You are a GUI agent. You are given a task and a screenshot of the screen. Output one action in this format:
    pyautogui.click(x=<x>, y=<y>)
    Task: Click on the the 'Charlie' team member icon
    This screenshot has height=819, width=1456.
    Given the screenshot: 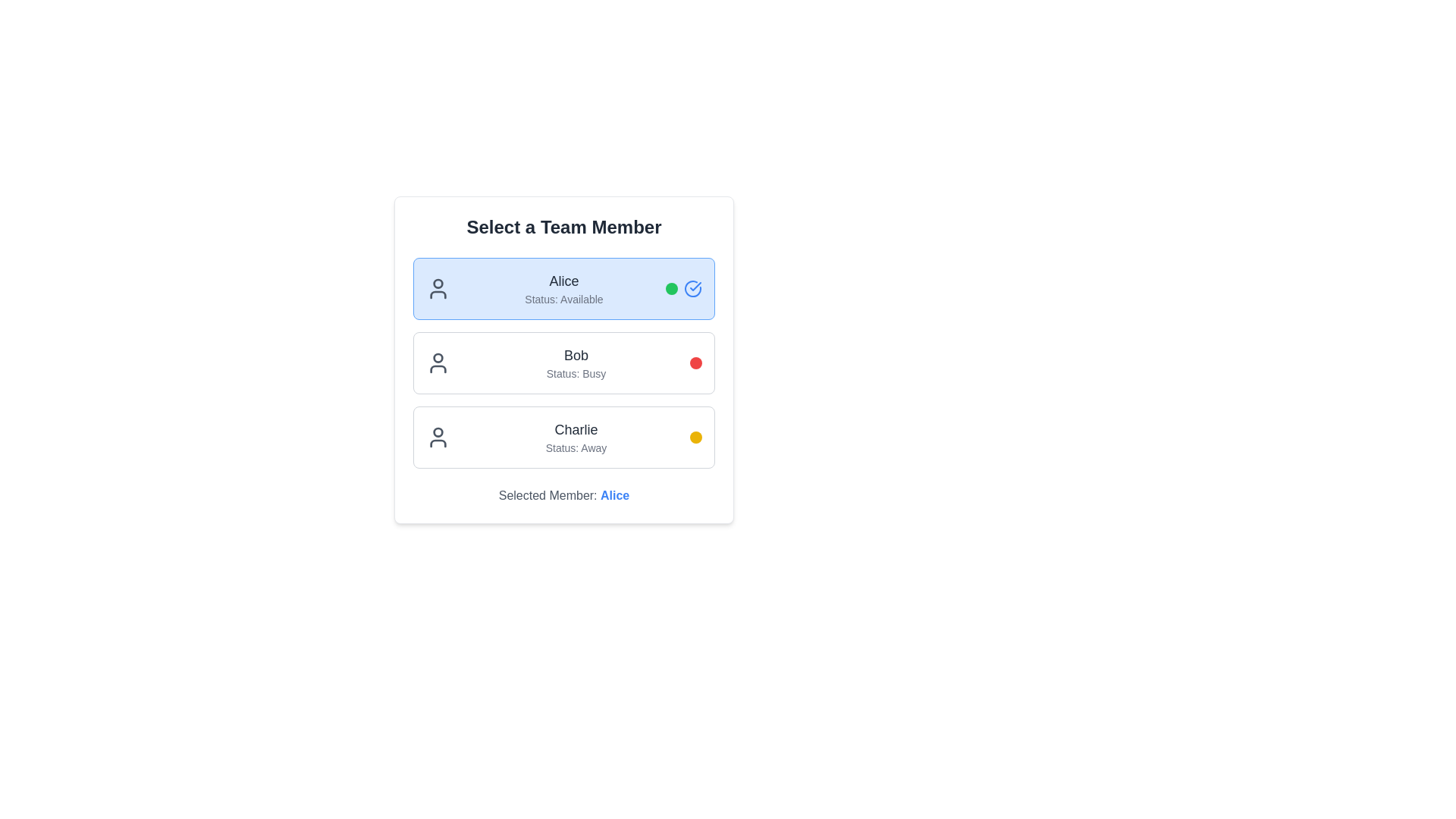 What is the action you would take?
    pyautogui.click(x=437, y=438)
    